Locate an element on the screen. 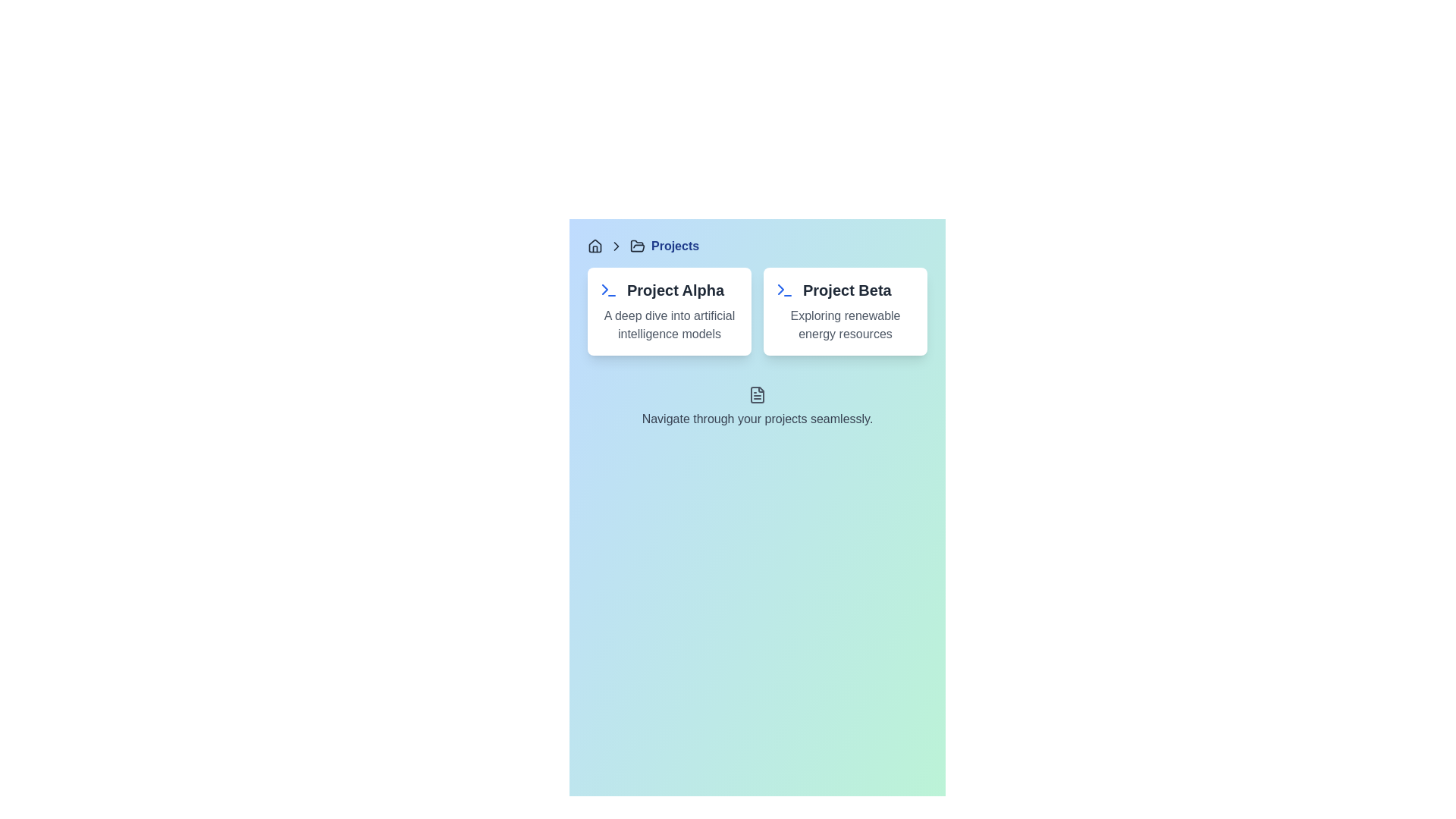 The width and height of the screenshot is (1456, 819). the Breadcrumb navigation component indicating the current context ('Projects') is located at coordinates (757, 245).